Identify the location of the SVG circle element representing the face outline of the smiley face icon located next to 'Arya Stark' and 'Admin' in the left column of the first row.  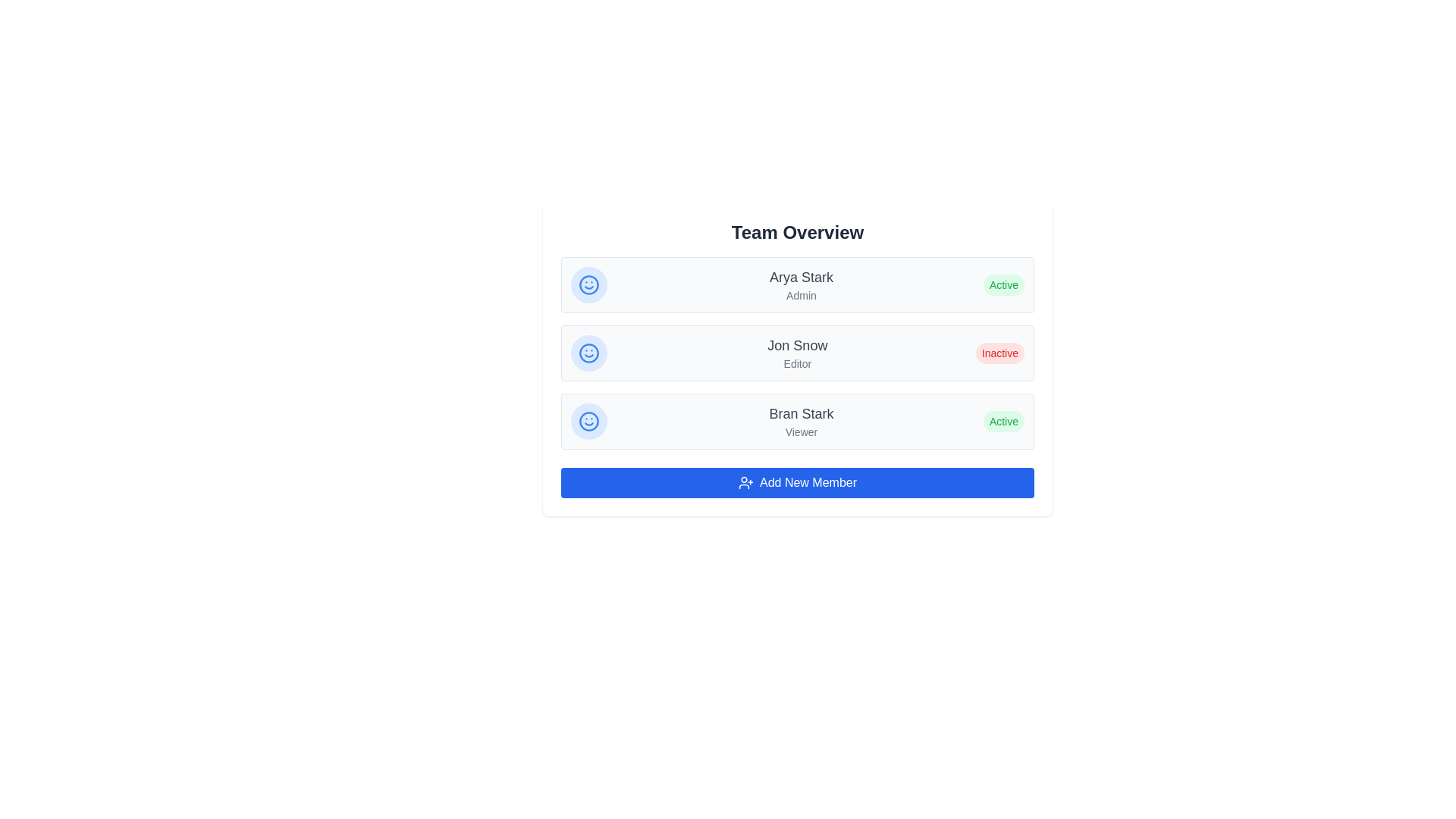
(588, 284).